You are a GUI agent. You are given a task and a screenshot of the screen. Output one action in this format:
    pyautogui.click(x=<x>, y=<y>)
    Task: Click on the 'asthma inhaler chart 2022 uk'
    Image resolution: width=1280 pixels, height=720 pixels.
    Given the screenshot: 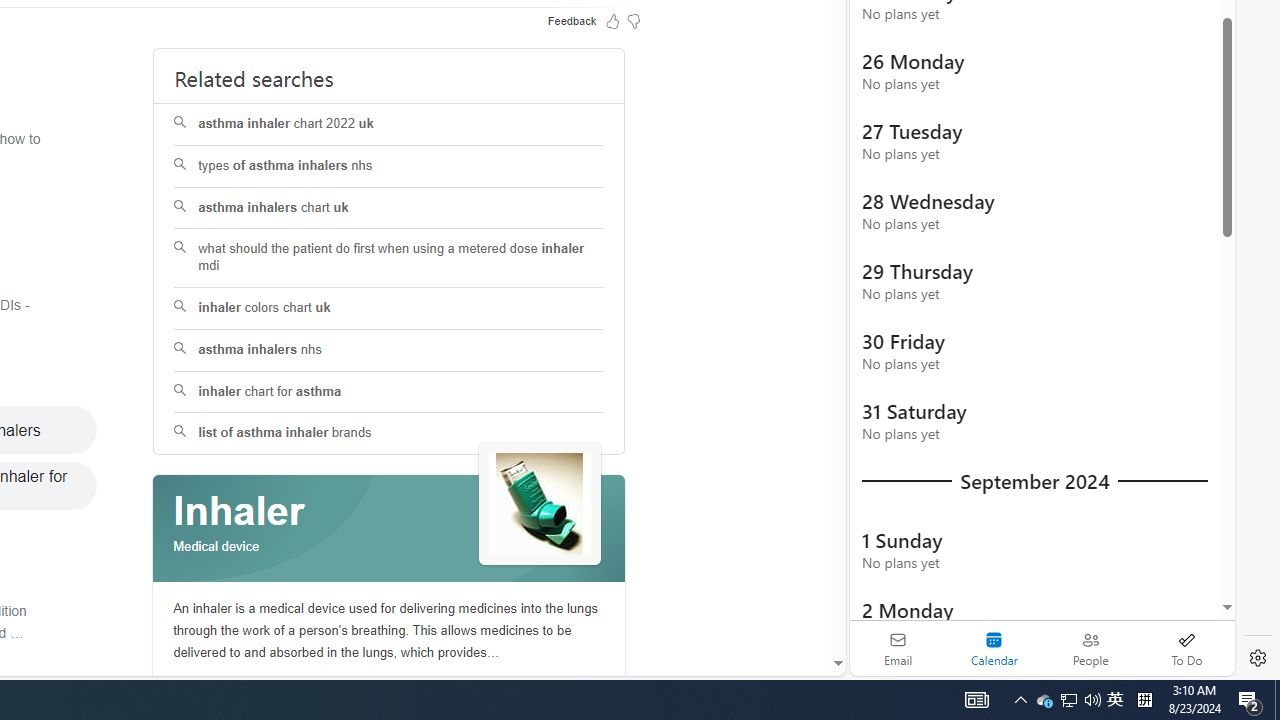 What is the action you would take?
    pyautogui.click(x=389, y=124)
    